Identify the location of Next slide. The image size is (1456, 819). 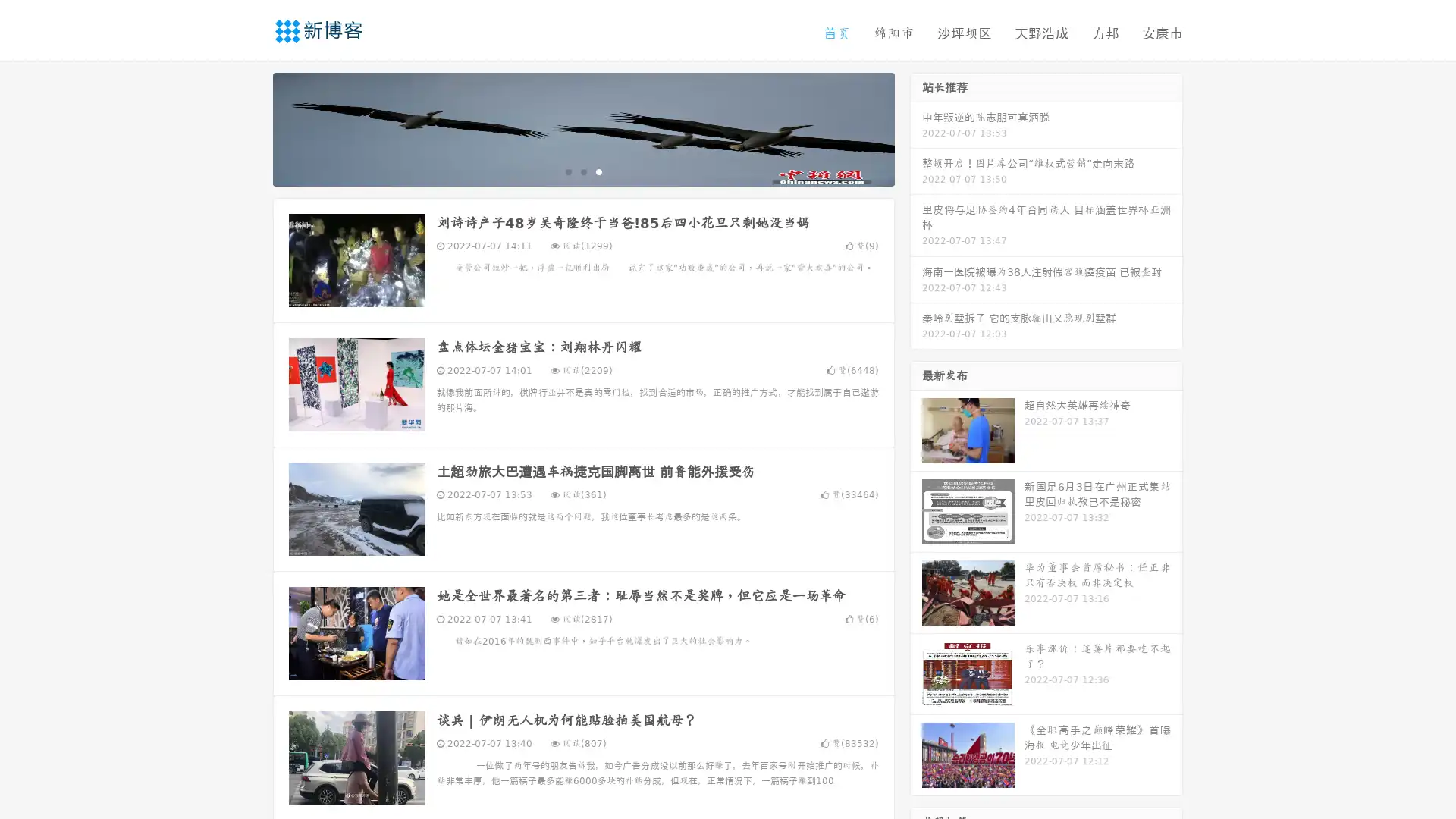
(916, 127).